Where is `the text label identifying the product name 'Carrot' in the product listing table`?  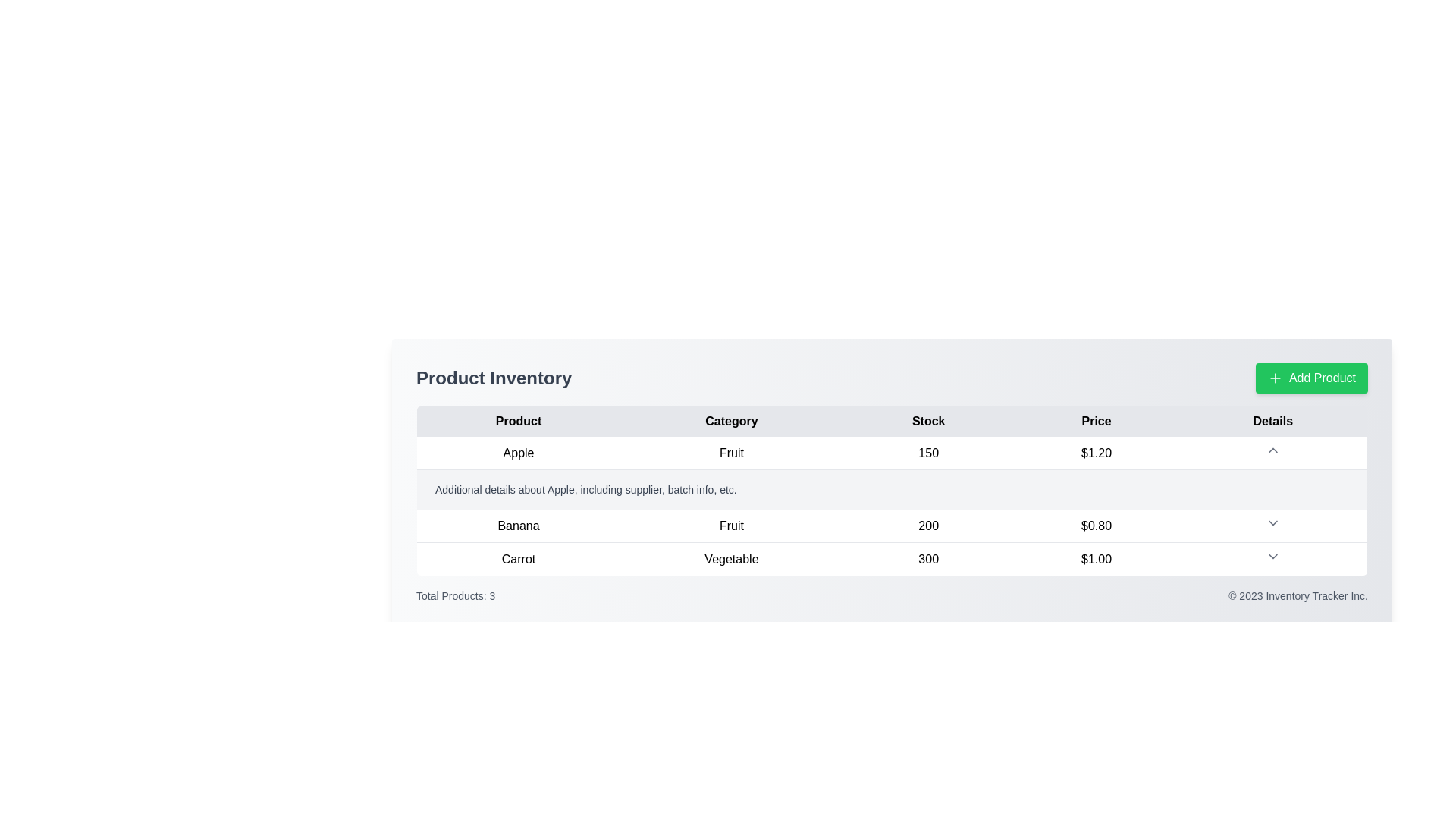
the text label identifying the product name 'Carrot' in the product listing table is located at coordinates (518, 559).